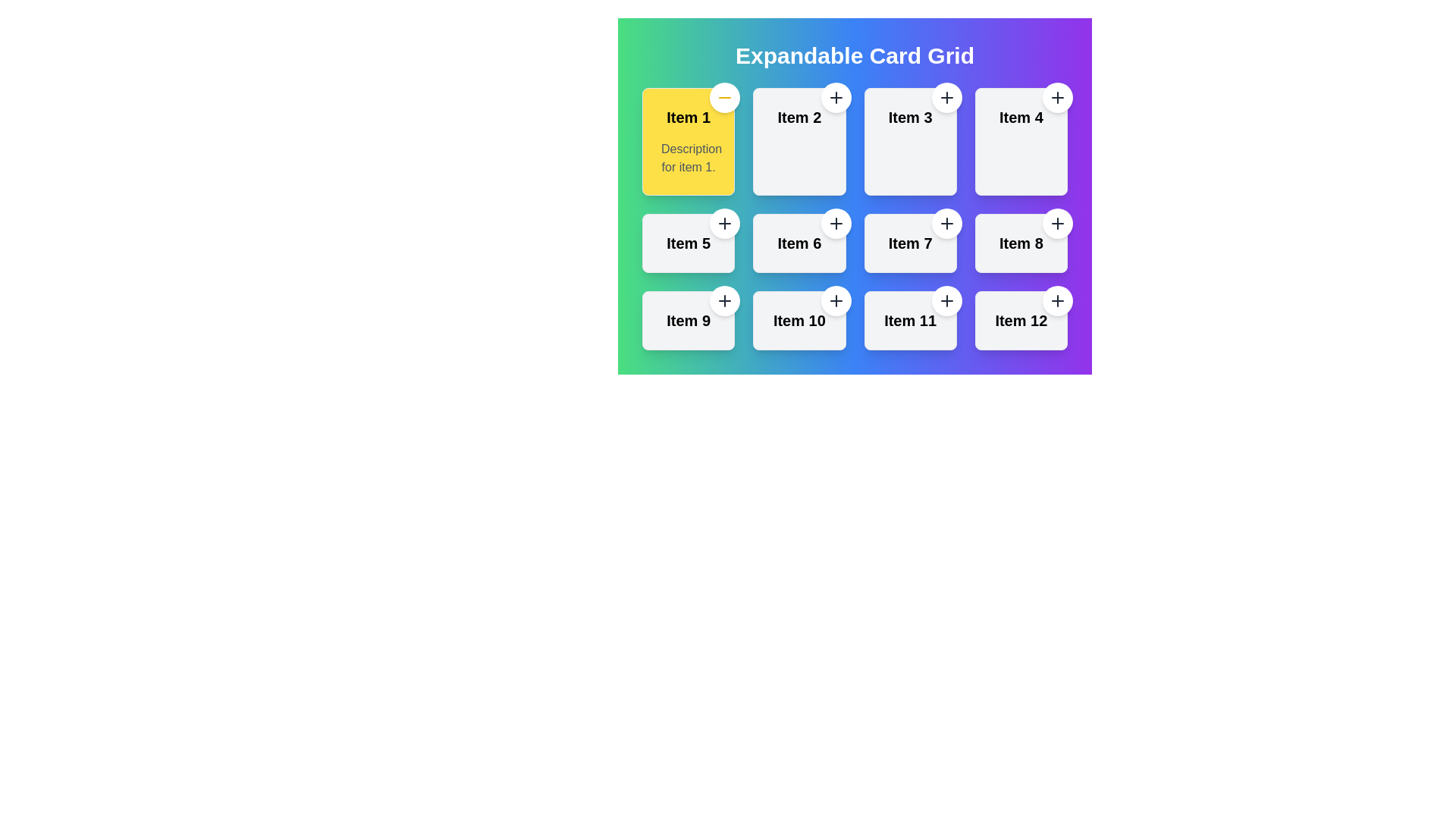 The height and width of the screenshot is (819, 1456). What do you see at coordinates (799, 141) in the screenshot?
I see `the second item card in the first row of the grid` at bounding box center [799, 141].